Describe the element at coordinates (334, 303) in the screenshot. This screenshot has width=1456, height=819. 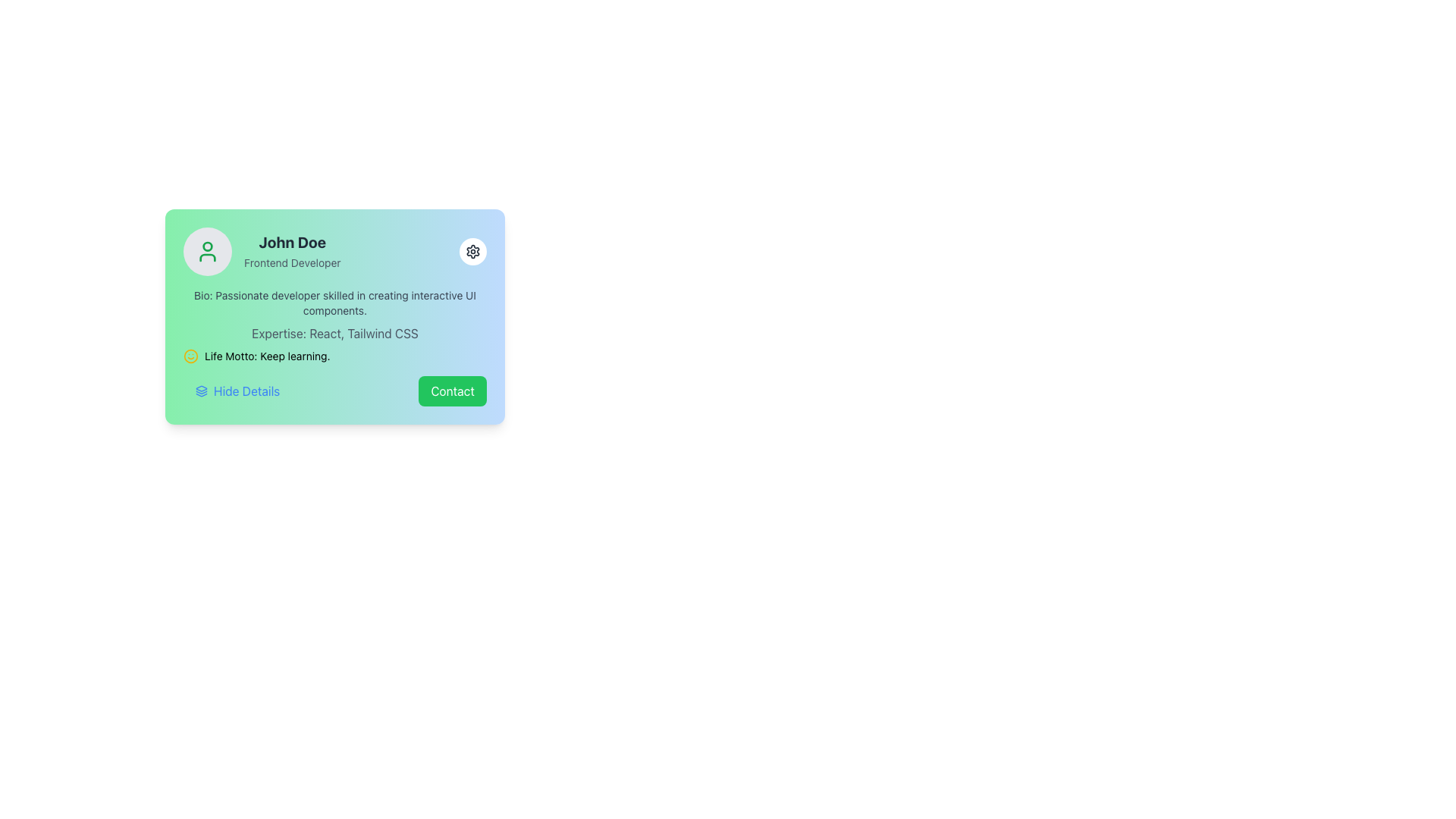
I see `the Text Label element containing the text 'Bio: Passionate developer skilled in creating interactive UI components.' located beneath the profile name 'John Doe - Frontend Developer.'` at that location.